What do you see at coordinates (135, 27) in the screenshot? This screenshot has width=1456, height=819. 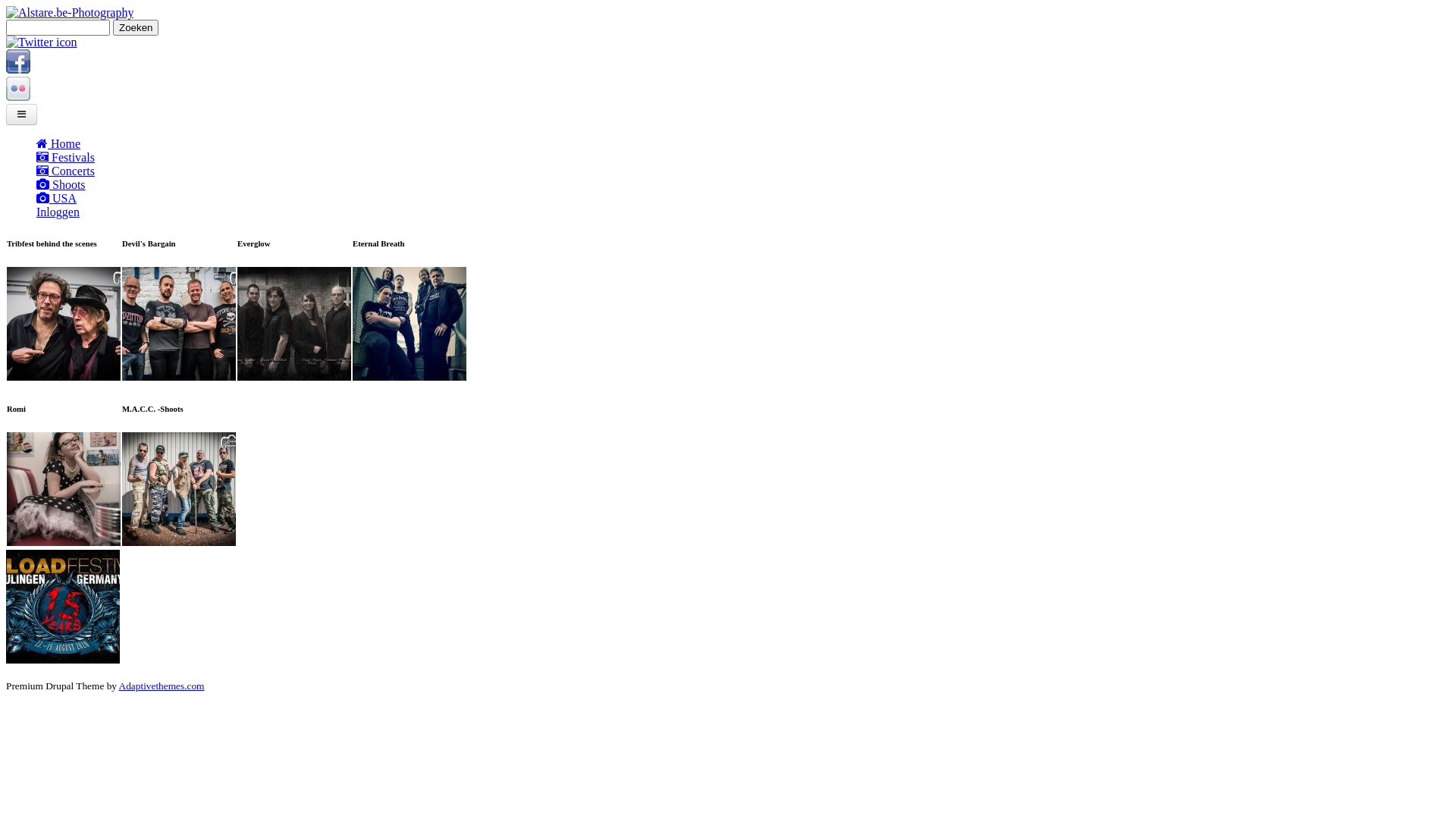 I see `'Zoeken'` at bounding box center [135, 27].